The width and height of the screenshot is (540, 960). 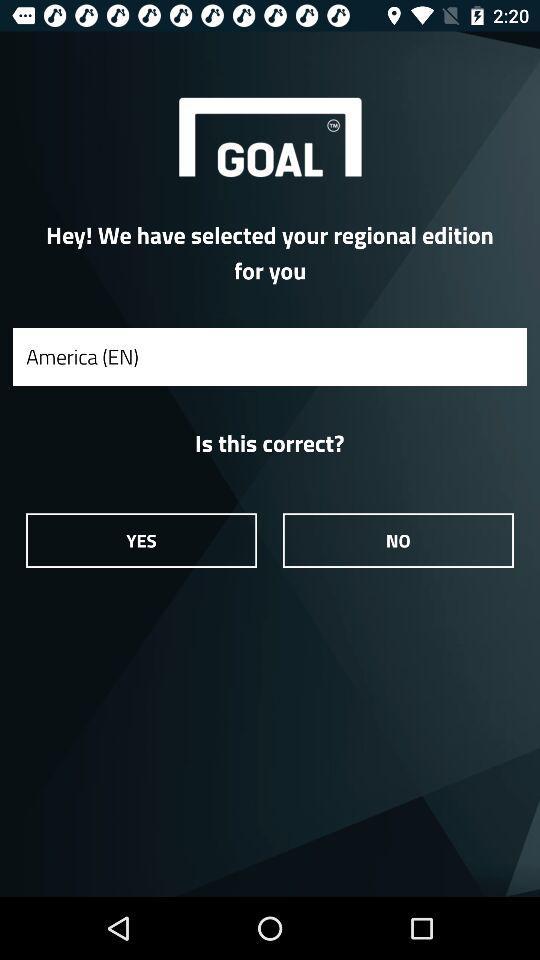 I want to click on the item next to the no item, so click(x=140, y=539).